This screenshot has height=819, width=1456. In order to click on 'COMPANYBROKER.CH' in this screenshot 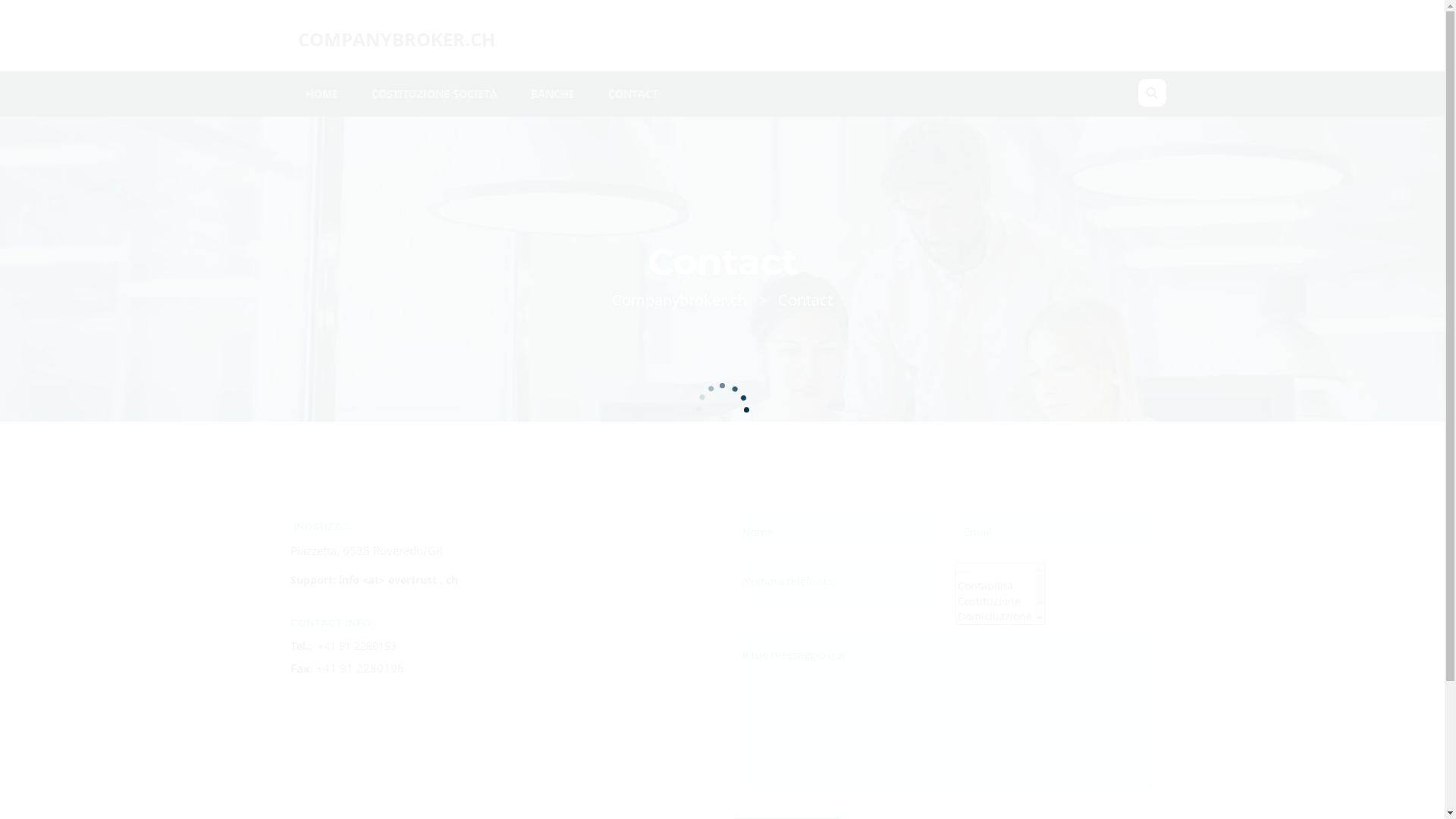, I will do `click(396, 41)`.